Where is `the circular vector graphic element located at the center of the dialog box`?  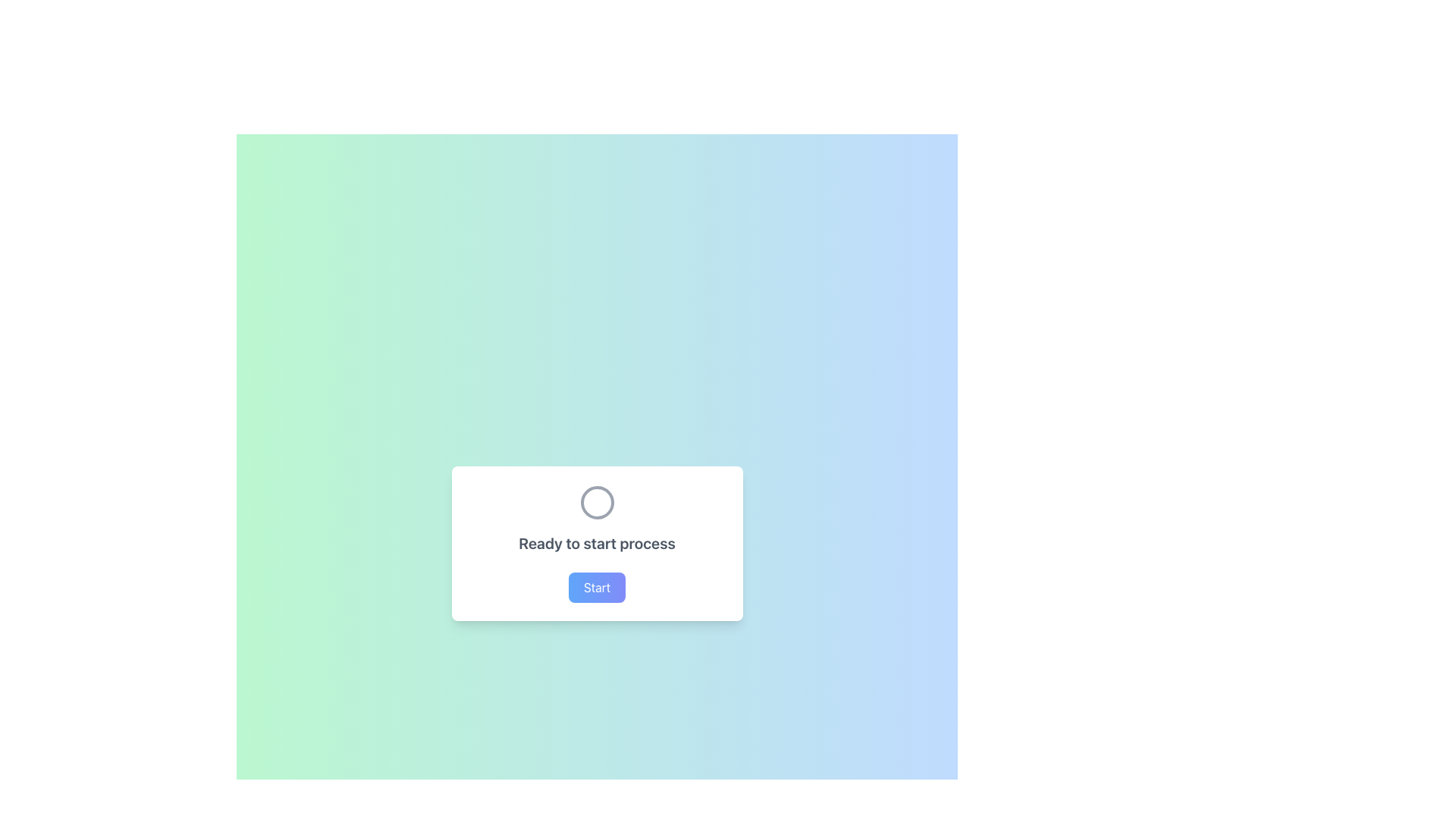
the circular vector graphic element located at the center of the dialog box is located at coordinates (596, 503).